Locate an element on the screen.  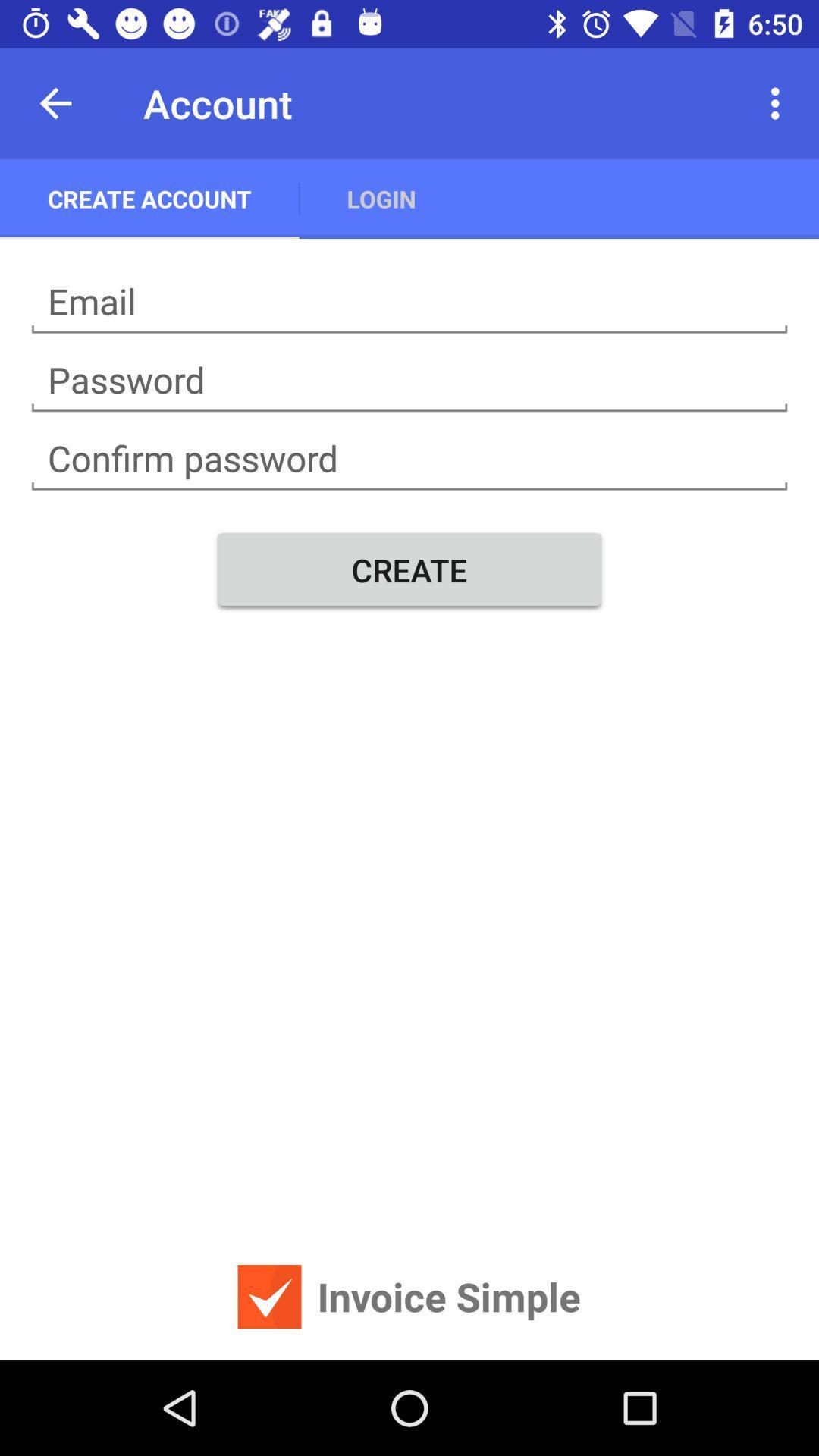
item next to the login icon is located at coordinates (149, 198).